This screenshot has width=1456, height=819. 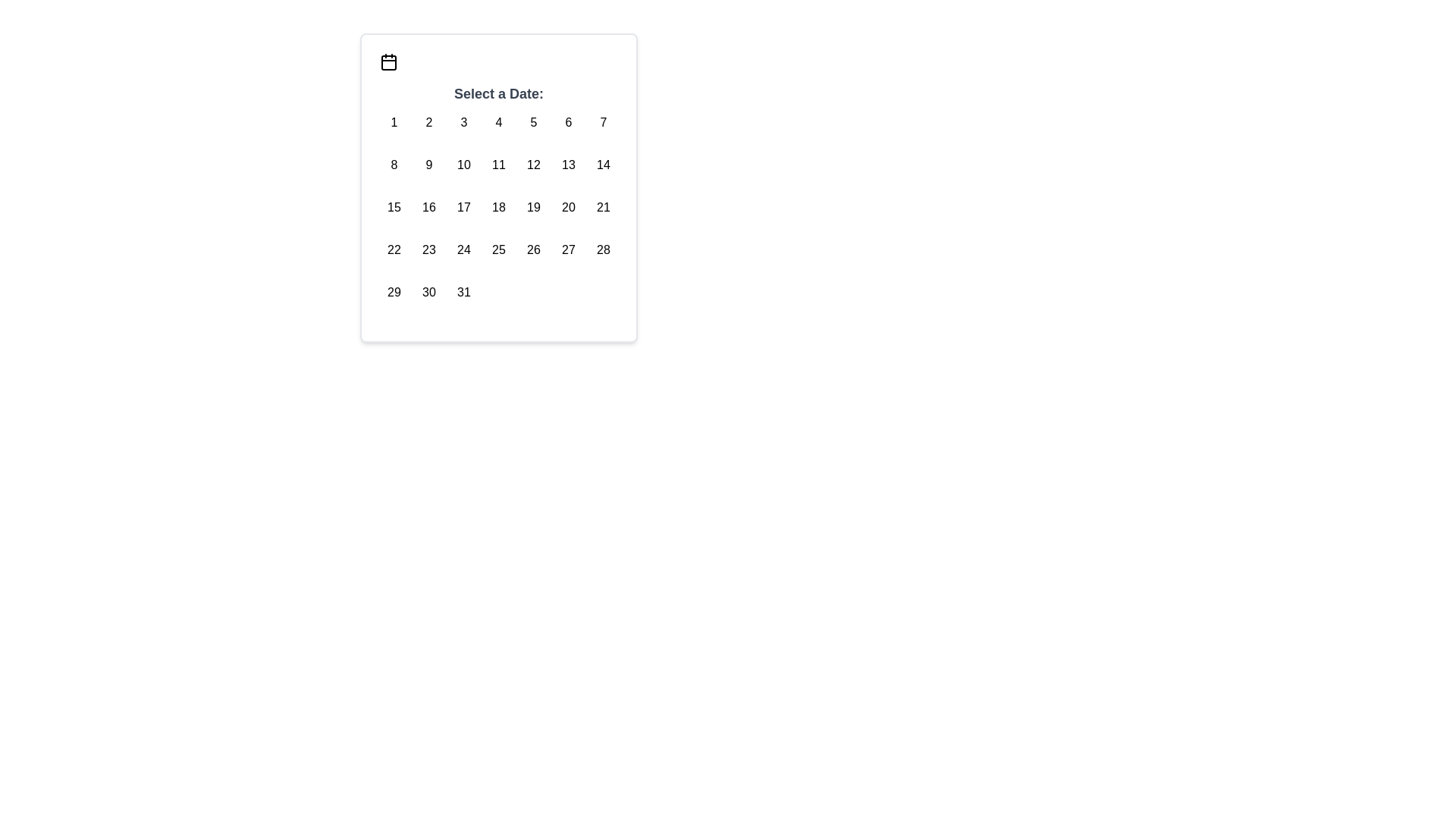 What do you see at coordinates (394, 165) in the screenshot?
I see `the button labeled '8' in the second row of the calendar grid` at bounding box center [394, 165].